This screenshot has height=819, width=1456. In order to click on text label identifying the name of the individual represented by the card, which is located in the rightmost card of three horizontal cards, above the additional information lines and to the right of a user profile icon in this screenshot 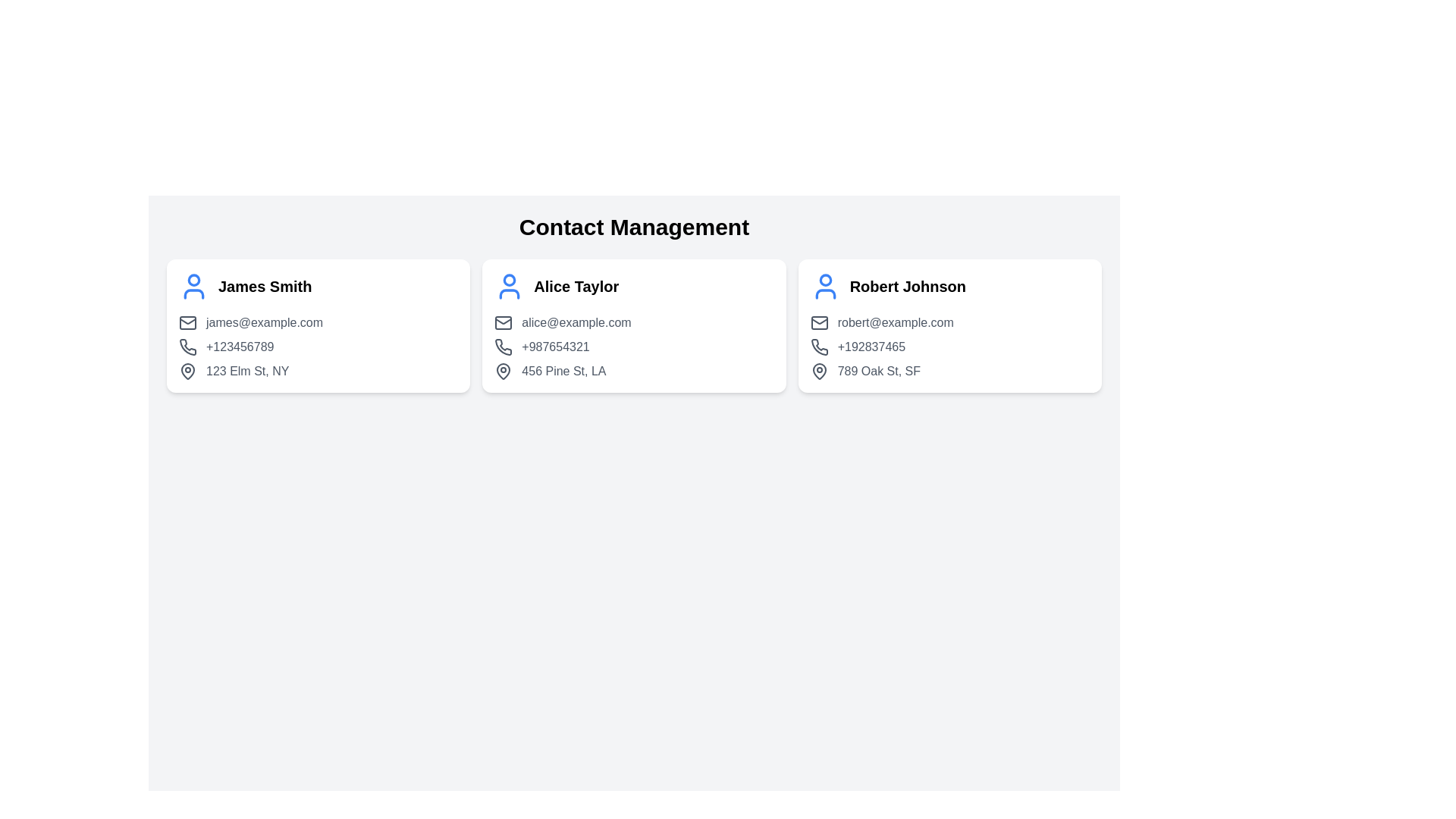, I will do `click(908, 287)`.